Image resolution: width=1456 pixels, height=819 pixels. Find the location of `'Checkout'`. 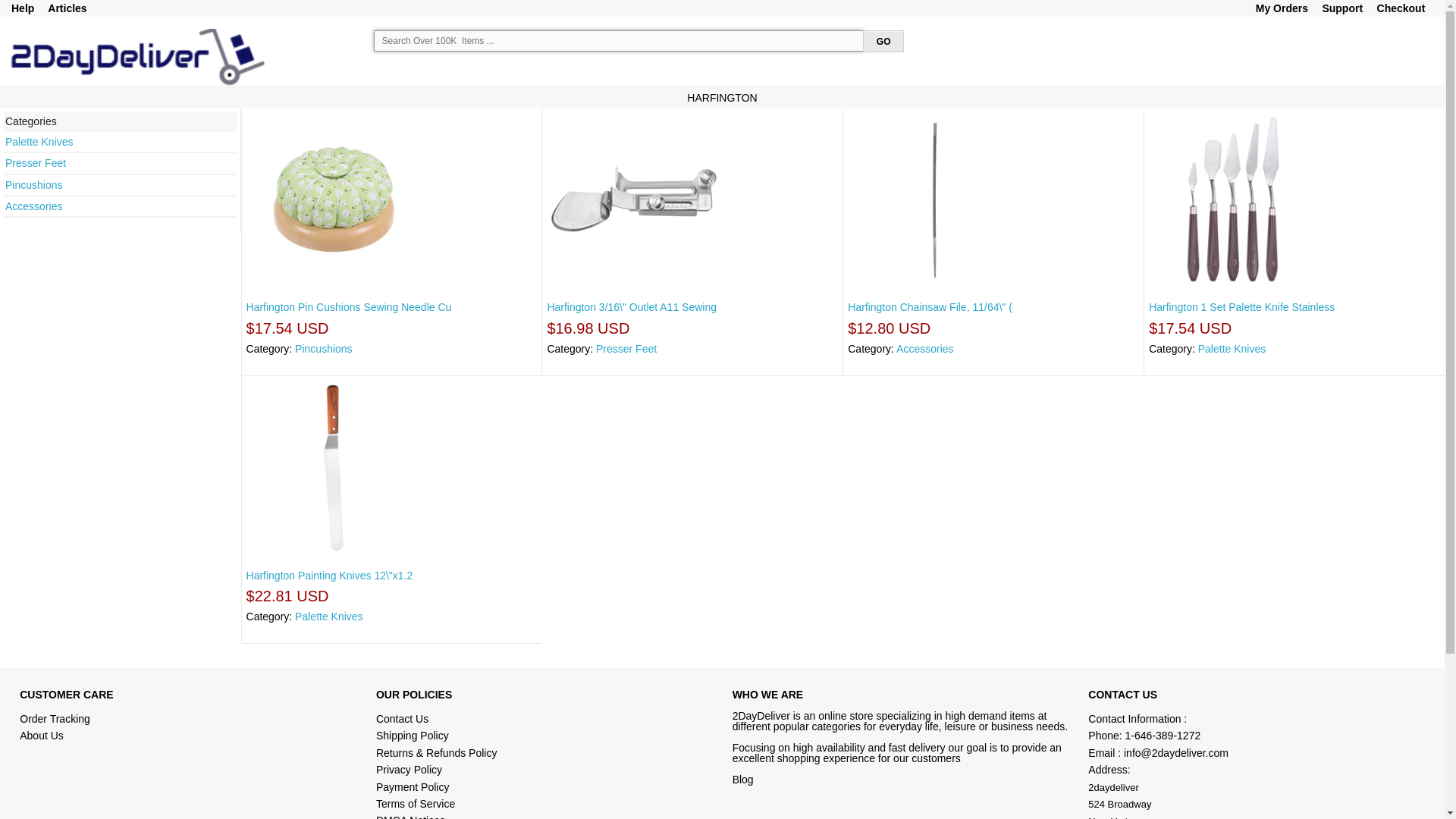

'Checkout' is located at coordinates (1401, 8).